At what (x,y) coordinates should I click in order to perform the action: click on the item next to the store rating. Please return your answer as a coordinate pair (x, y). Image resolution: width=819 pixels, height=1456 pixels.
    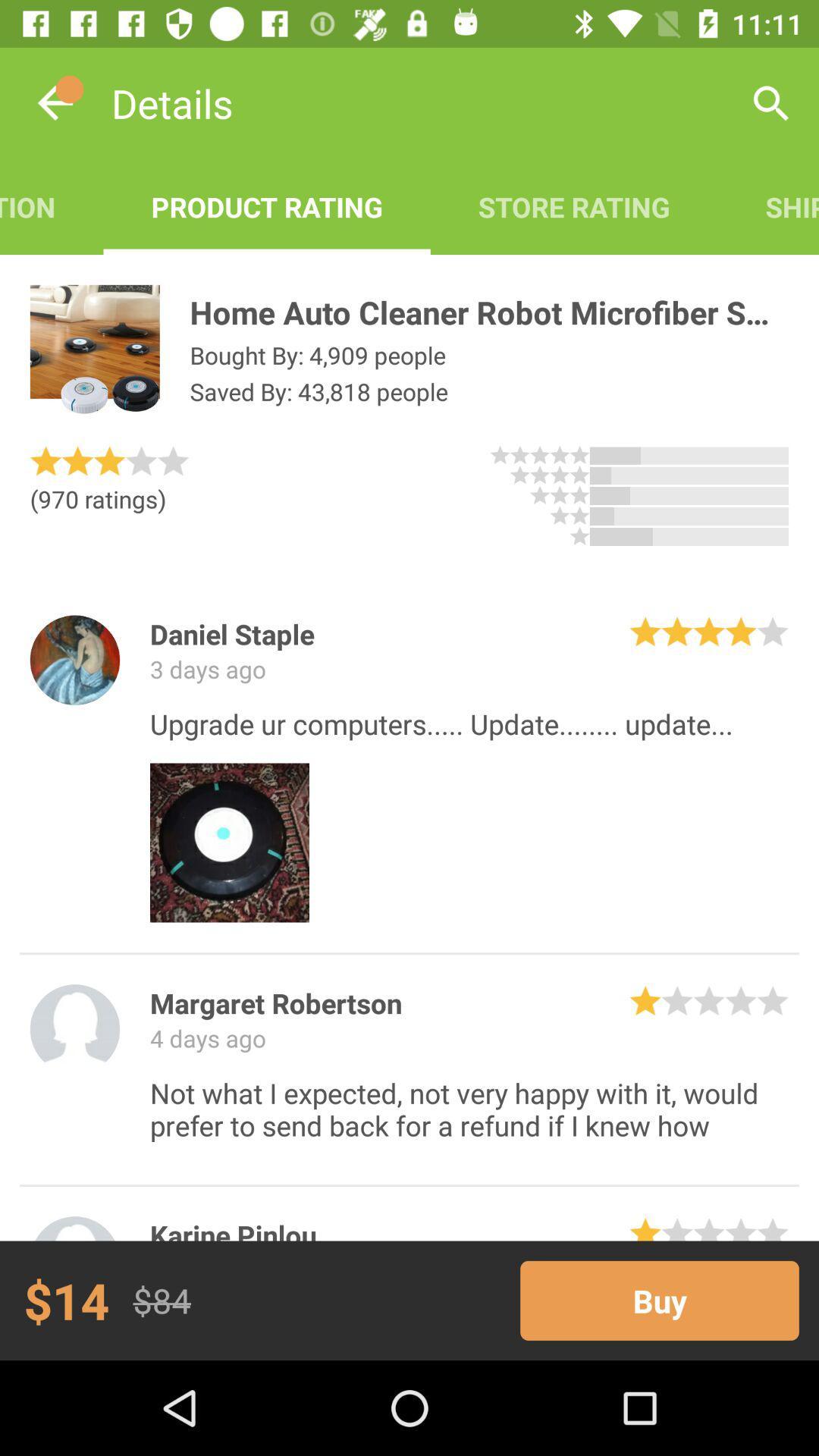
    Looking at the image, I should click on (768, 206).